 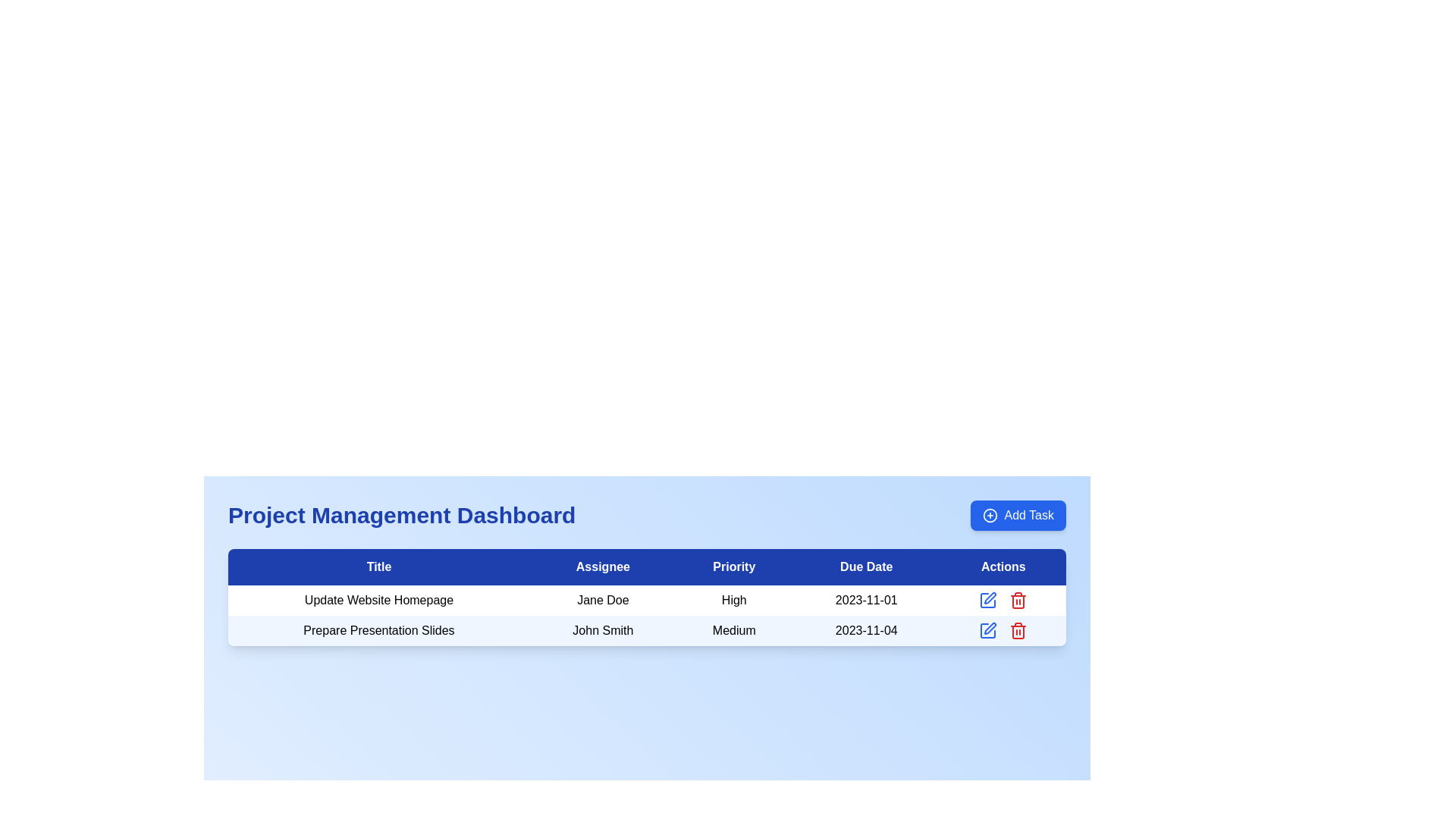 What do you see at coordinates (990, 598) in the screenshot?
I see `the blue pen icon button in the 'Actions' column of the second row to initiate editing of the task titled 'Prepare Presentation Slides'` at bounding box center [990, 598].